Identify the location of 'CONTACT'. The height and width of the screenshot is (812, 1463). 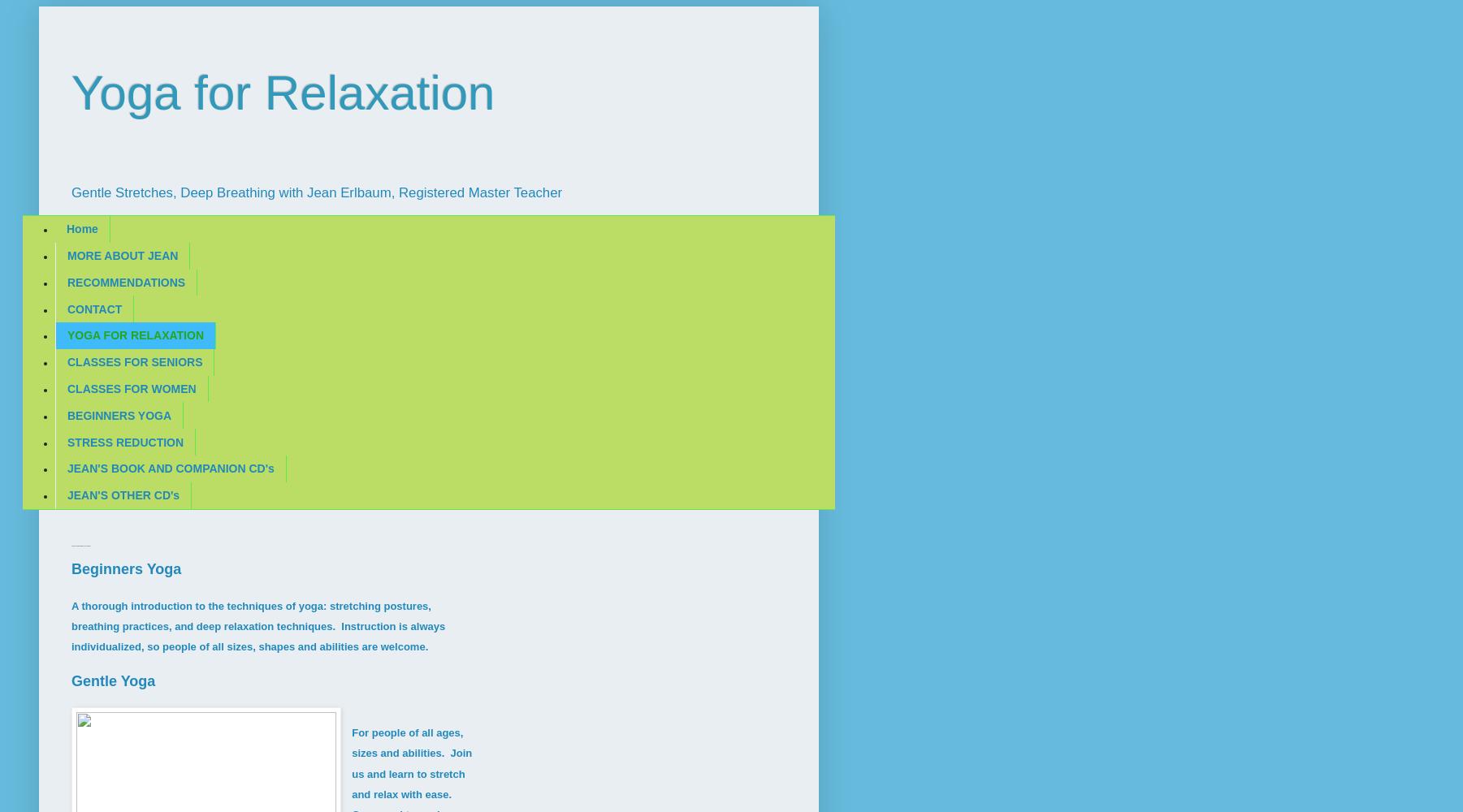
(67, 309).